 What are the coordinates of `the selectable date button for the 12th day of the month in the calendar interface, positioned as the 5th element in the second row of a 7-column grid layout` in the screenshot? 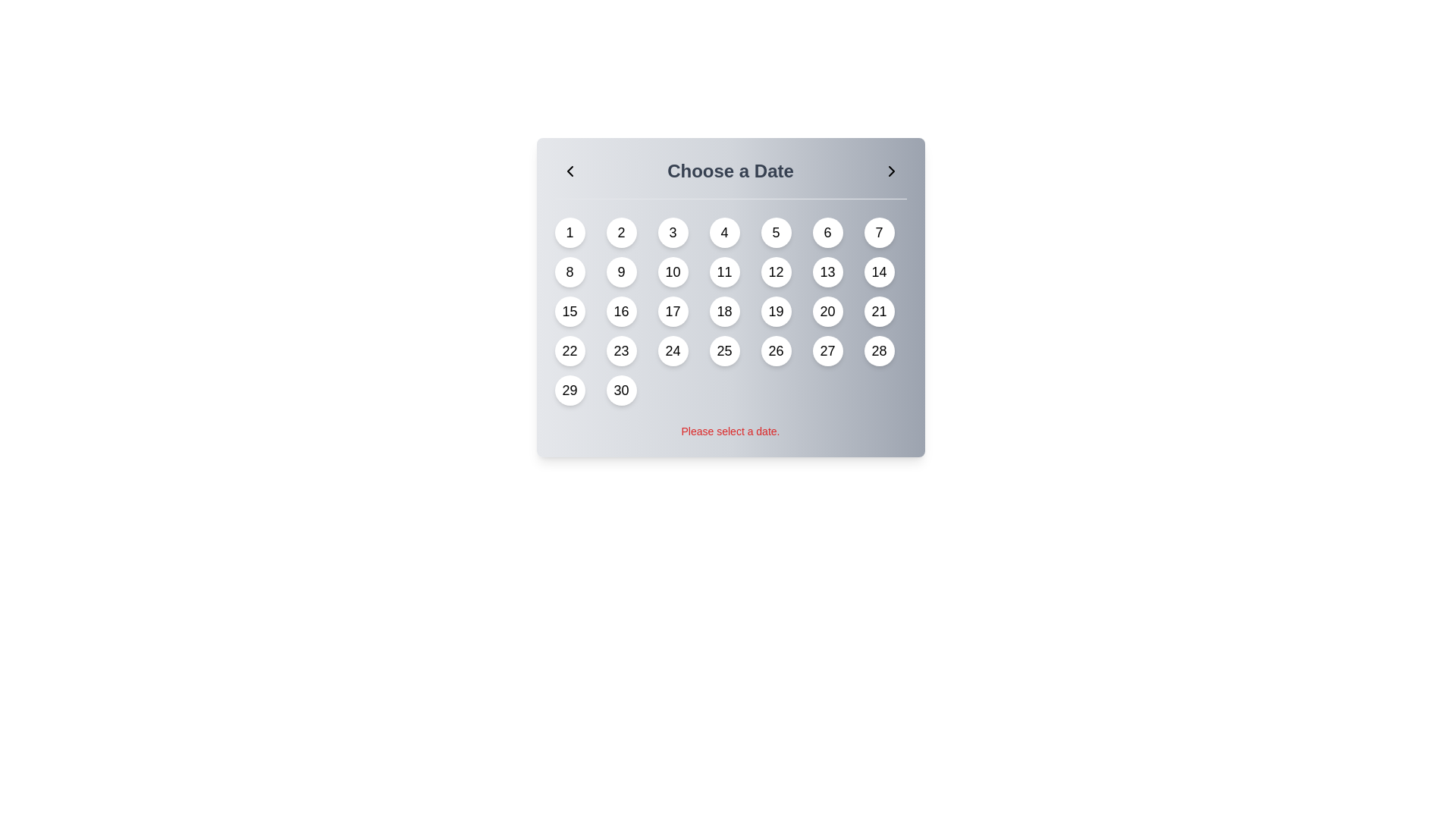 It's located at (776, 271).